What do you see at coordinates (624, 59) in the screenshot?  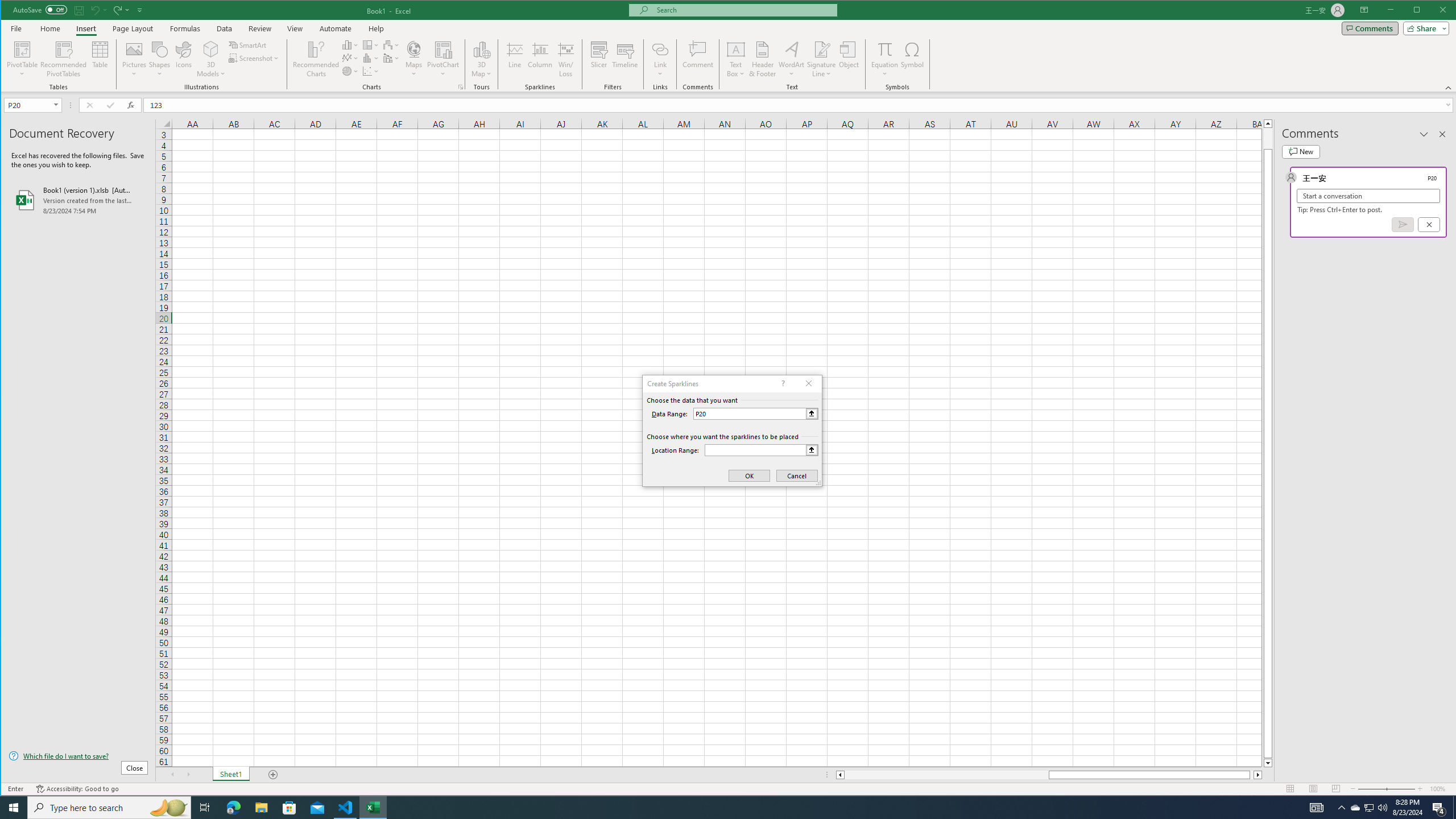 I see `'Timeline'` at bounding box center [624, 59].